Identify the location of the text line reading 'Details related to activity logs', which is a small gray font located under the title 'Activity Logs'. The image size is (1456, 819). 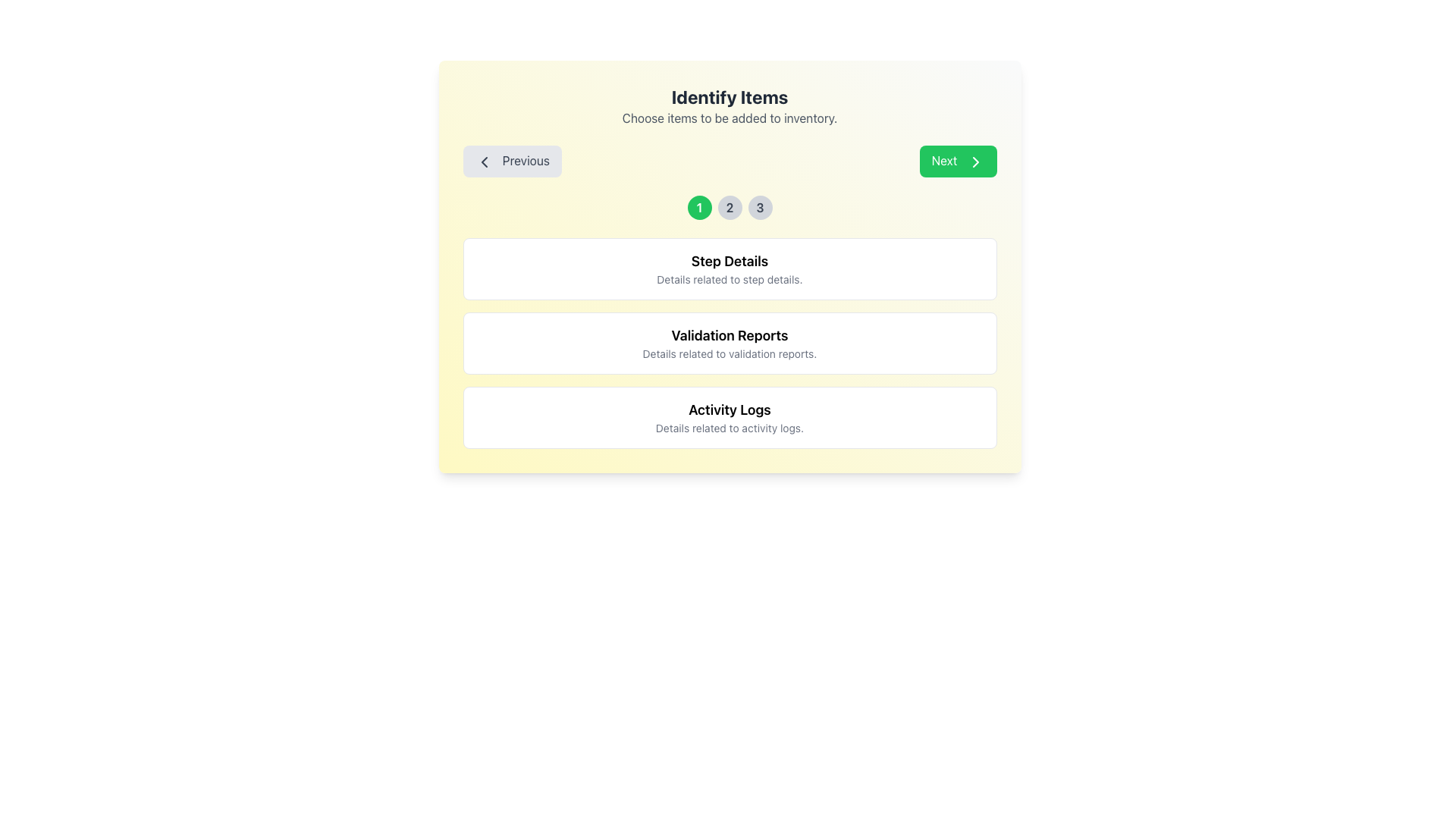
(730, 428).